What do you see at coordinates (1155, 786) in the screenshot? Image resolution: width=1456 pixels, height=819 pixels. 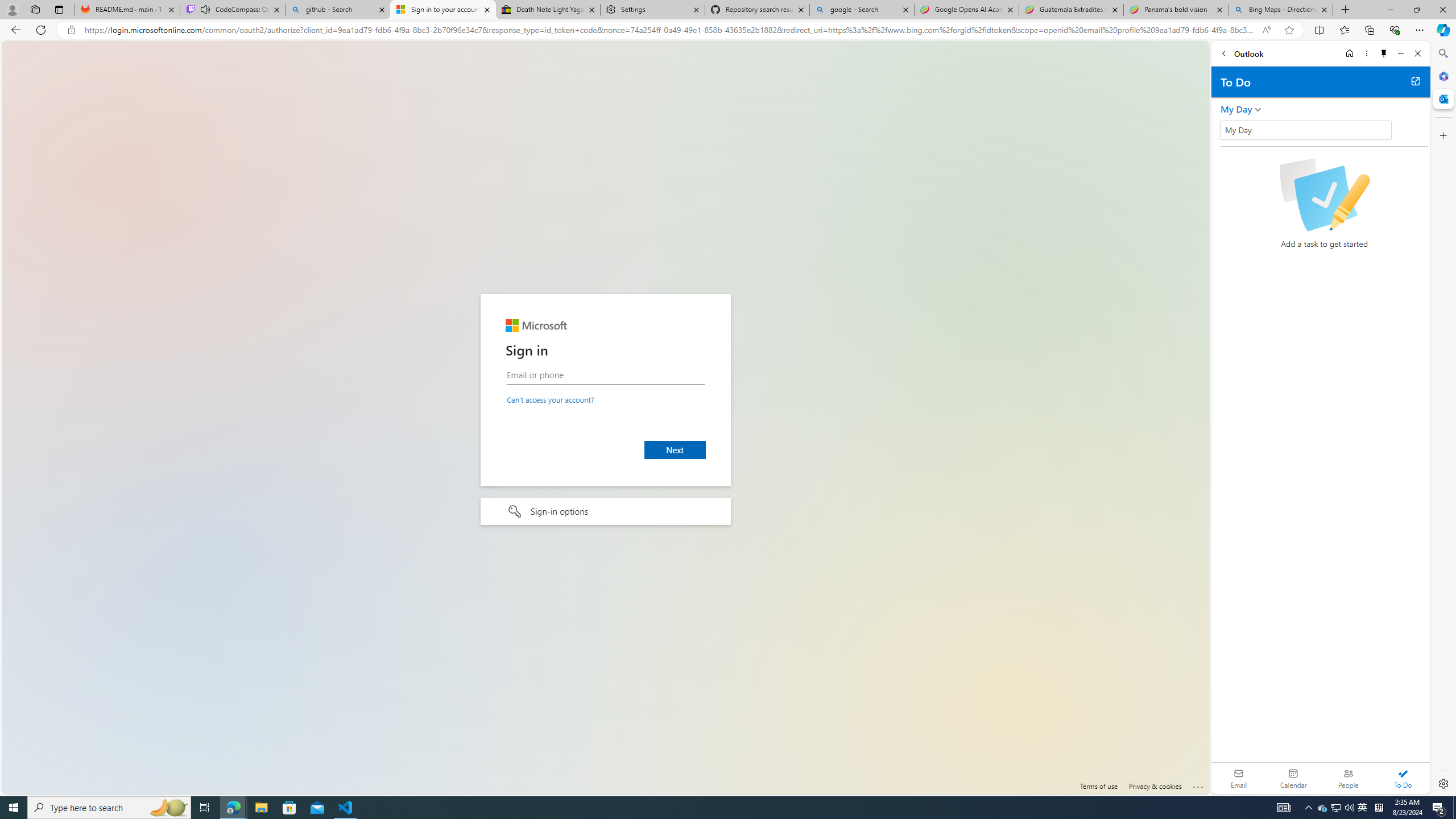 I see `'Privacy & cookies'` at bounding box center [1155, 786].